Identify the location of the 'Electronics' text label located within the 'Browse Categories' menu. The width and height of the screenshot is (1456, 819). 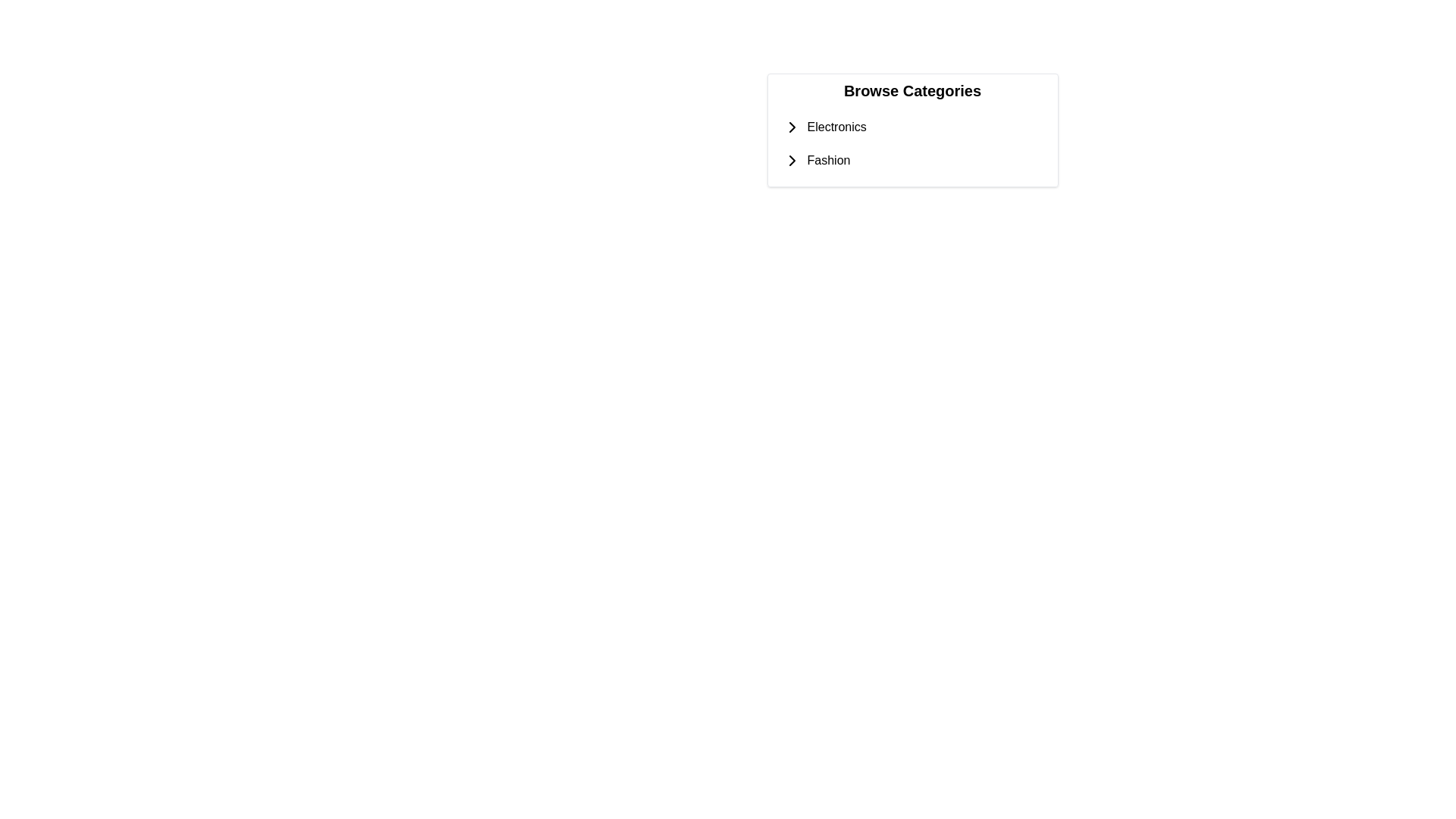
(836, 127).